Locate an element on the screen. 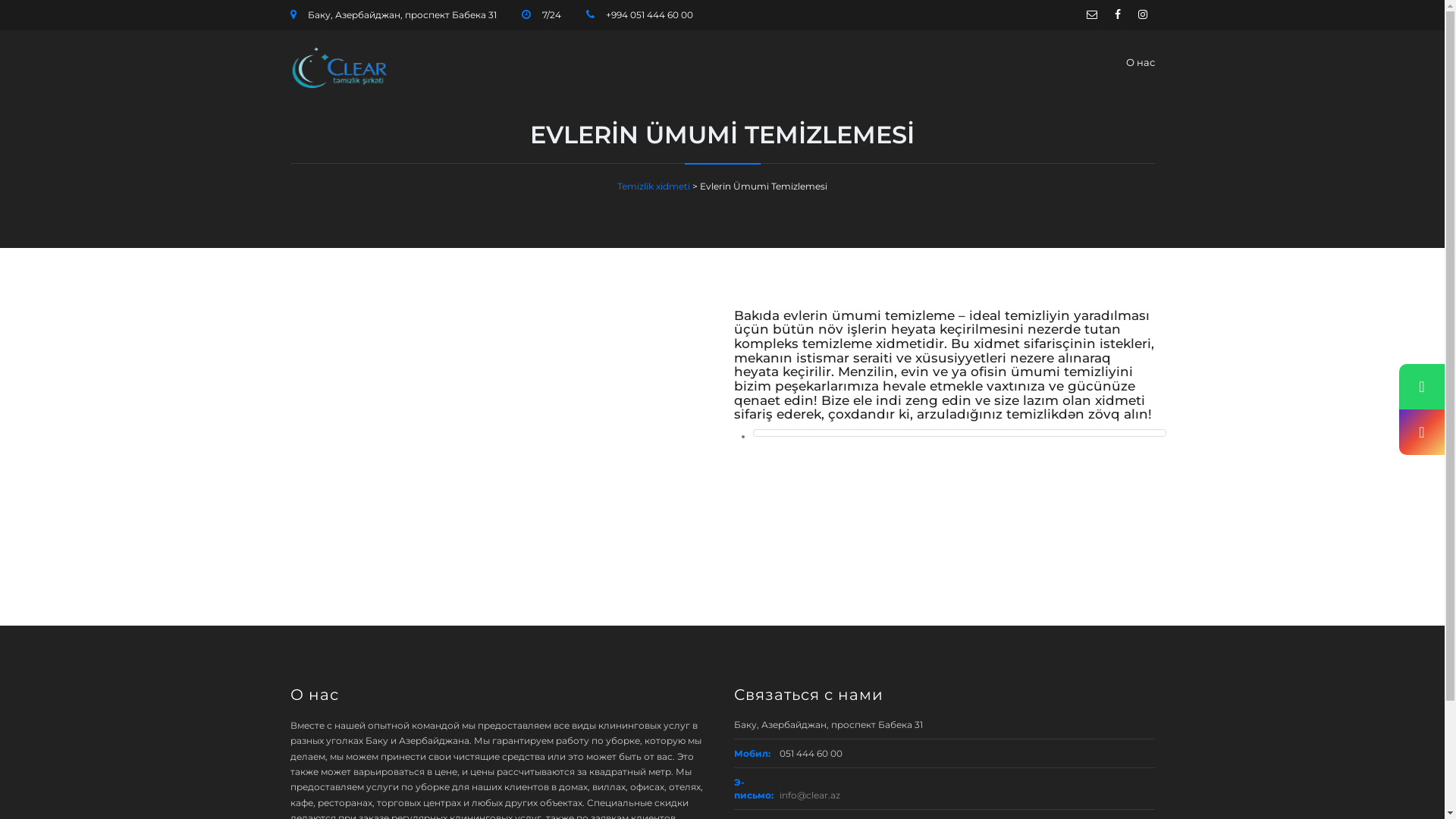 This screenshot has height=819, width=1456. 'Temizlik xidmeti' is located at coordinates (654, 185).